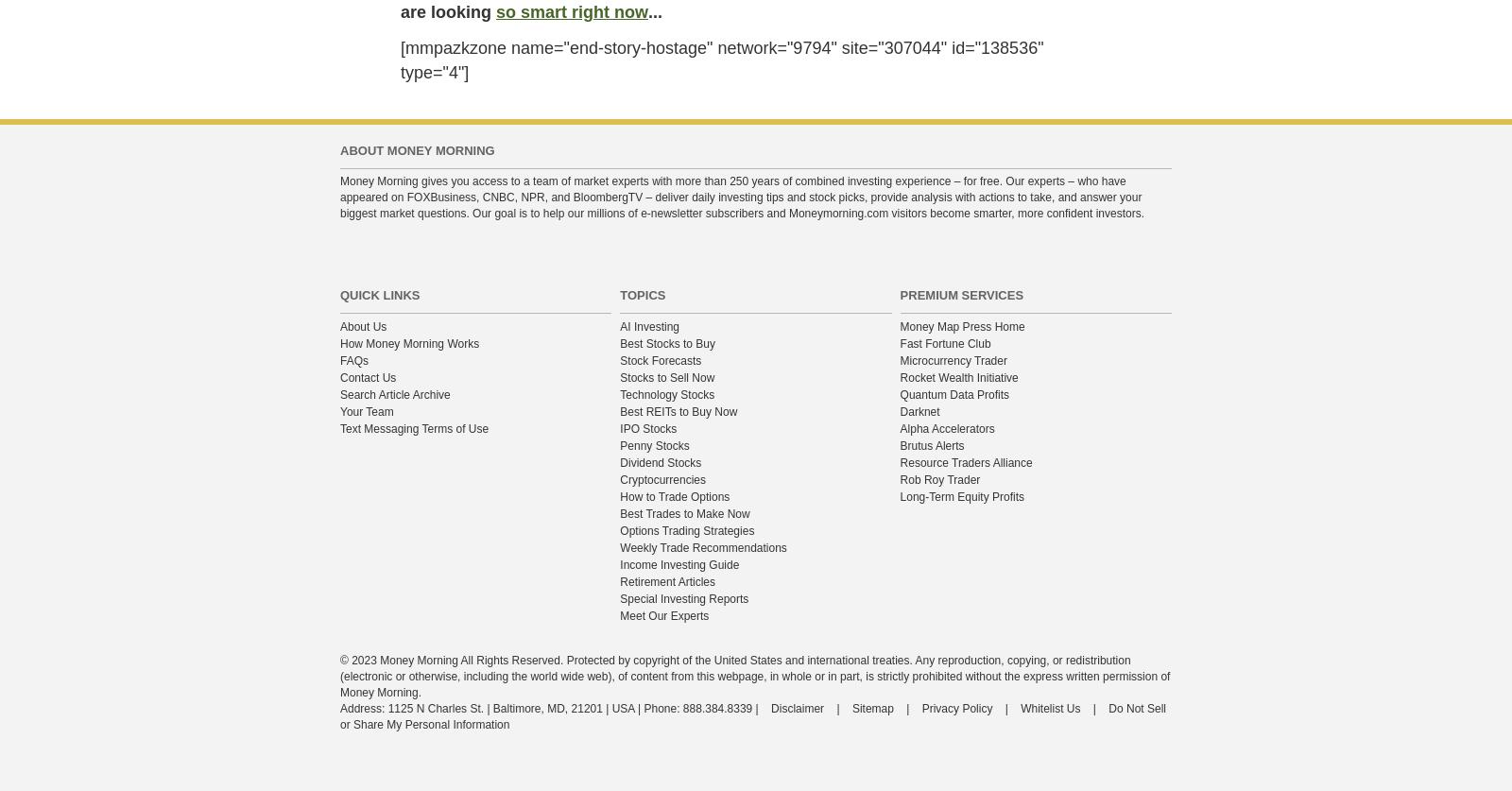 This screenshot has height=791, width=1512. Describe the element at coordinates (684, 512) in the screenshot. I see `'Best Trades to Make Now'` at that location.